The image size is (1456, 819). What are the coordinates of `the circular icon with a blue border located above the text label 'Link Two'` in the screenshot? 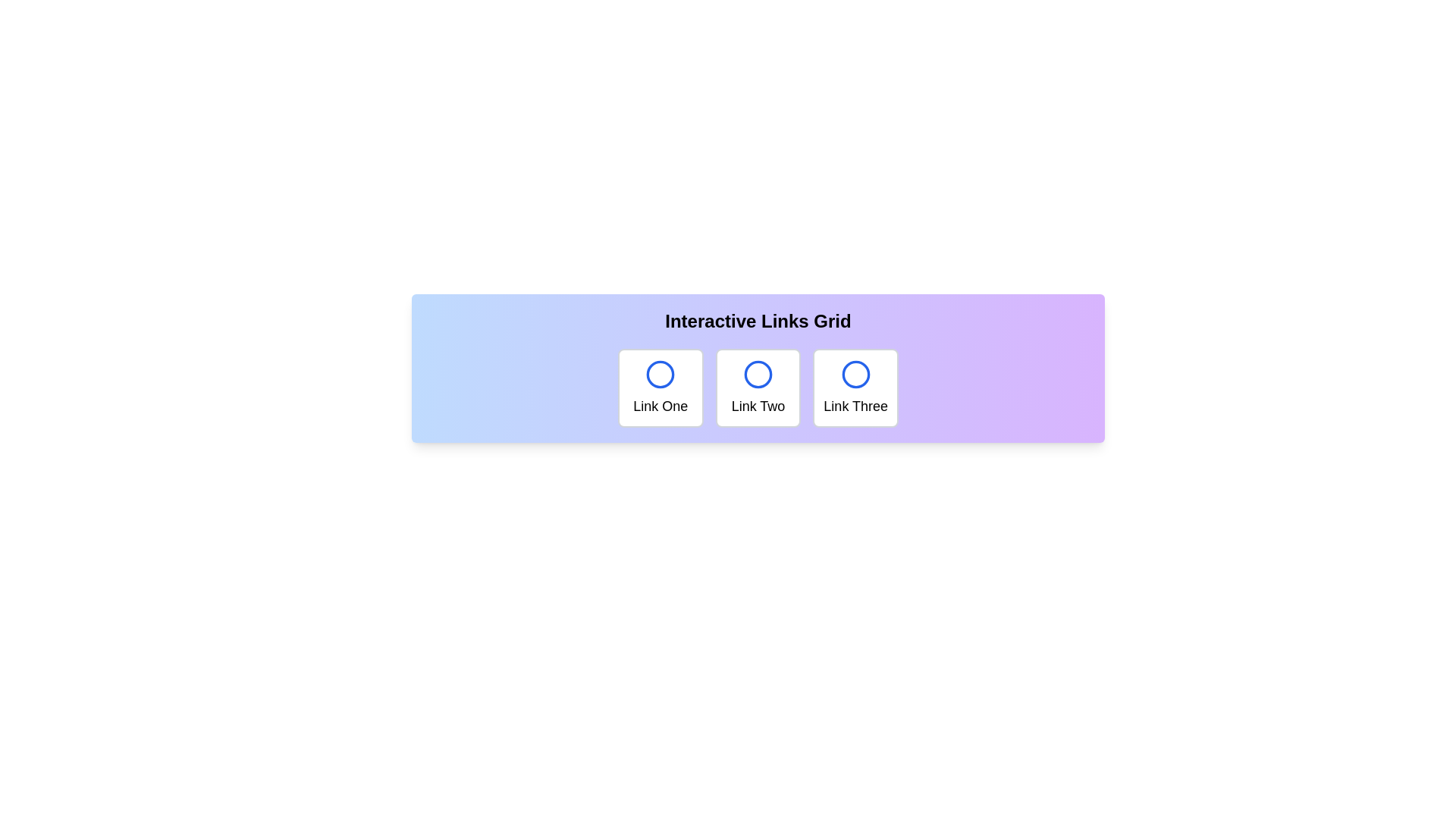 It's located at (758, 374).